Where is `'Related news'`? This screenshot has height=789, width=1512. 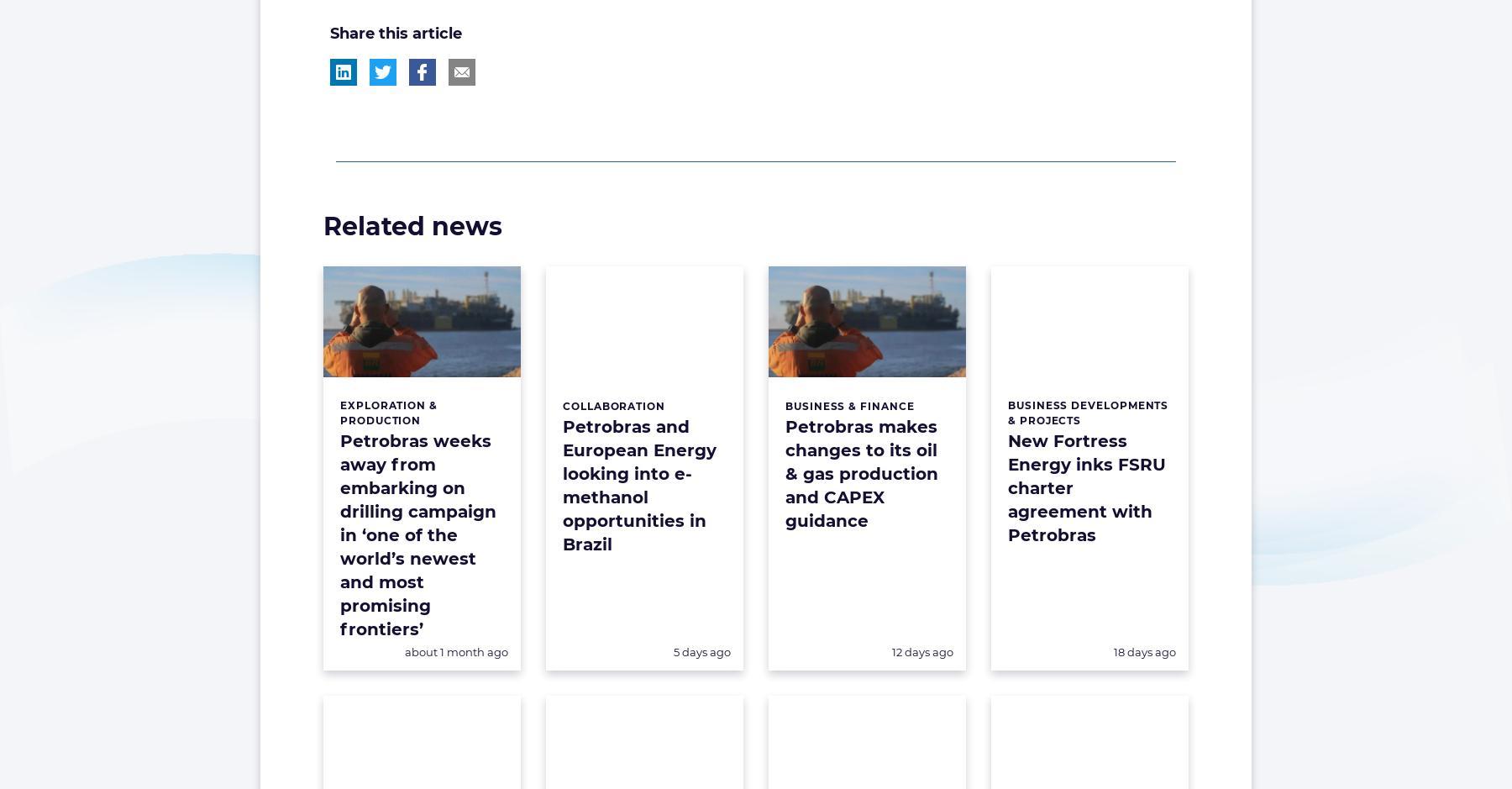
'Related news' is located at coordinates (323, 224).